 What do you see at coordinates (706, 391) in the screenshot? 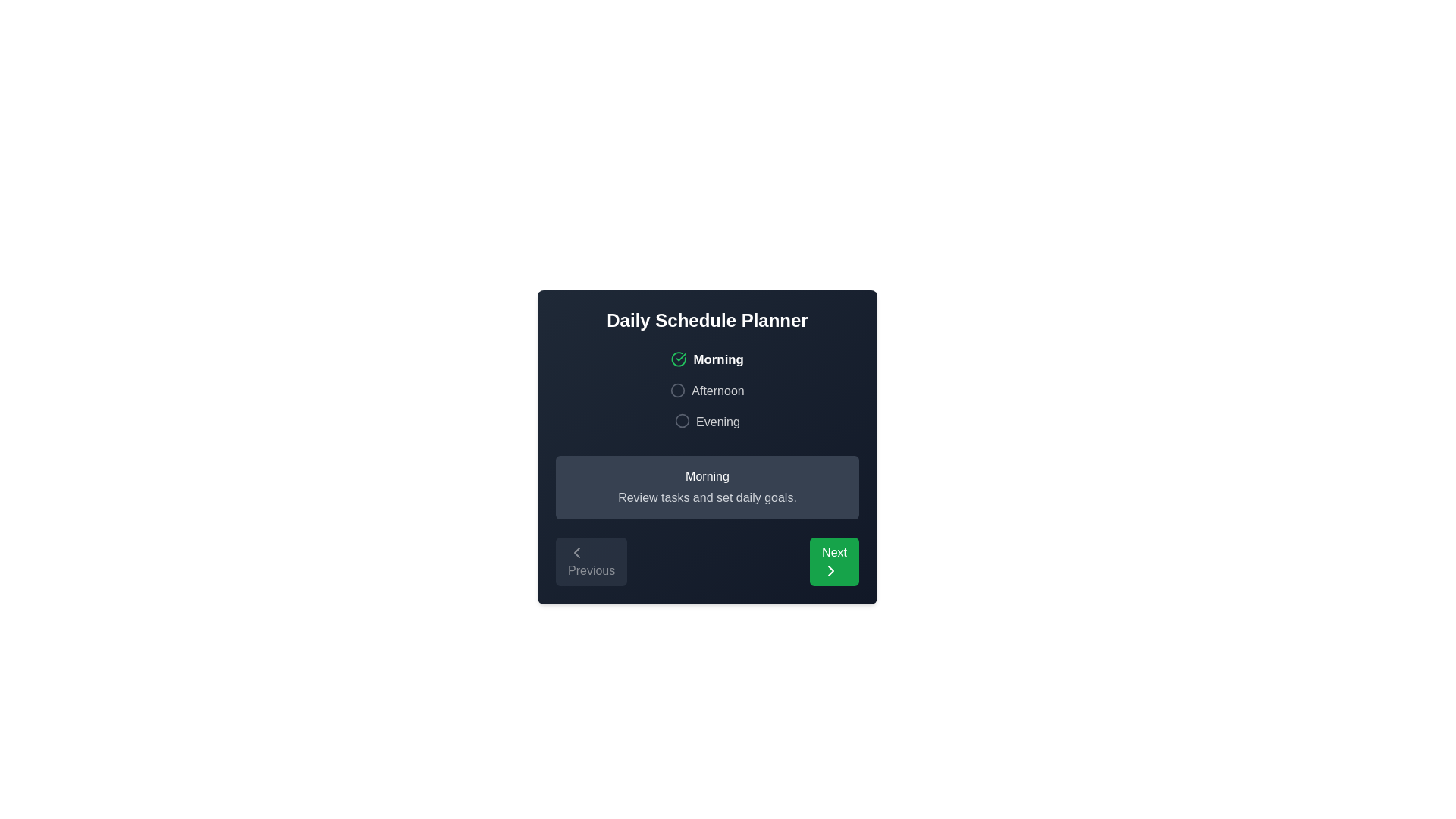
I see `the radio button labeled 'Afternoon'` at bounding box center [706, 391].